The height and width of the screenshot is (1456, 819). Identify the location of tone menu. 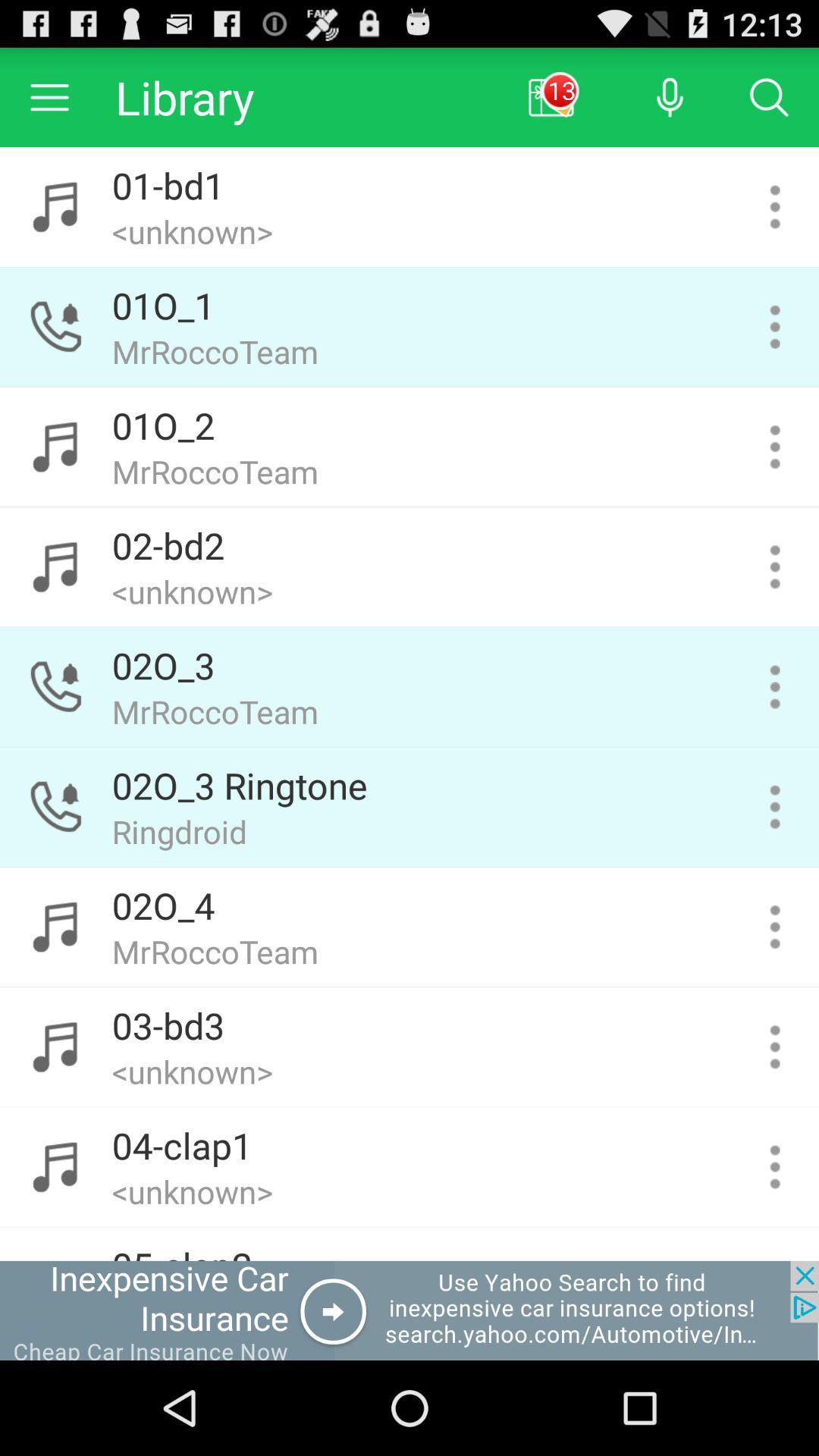
(775, 206).